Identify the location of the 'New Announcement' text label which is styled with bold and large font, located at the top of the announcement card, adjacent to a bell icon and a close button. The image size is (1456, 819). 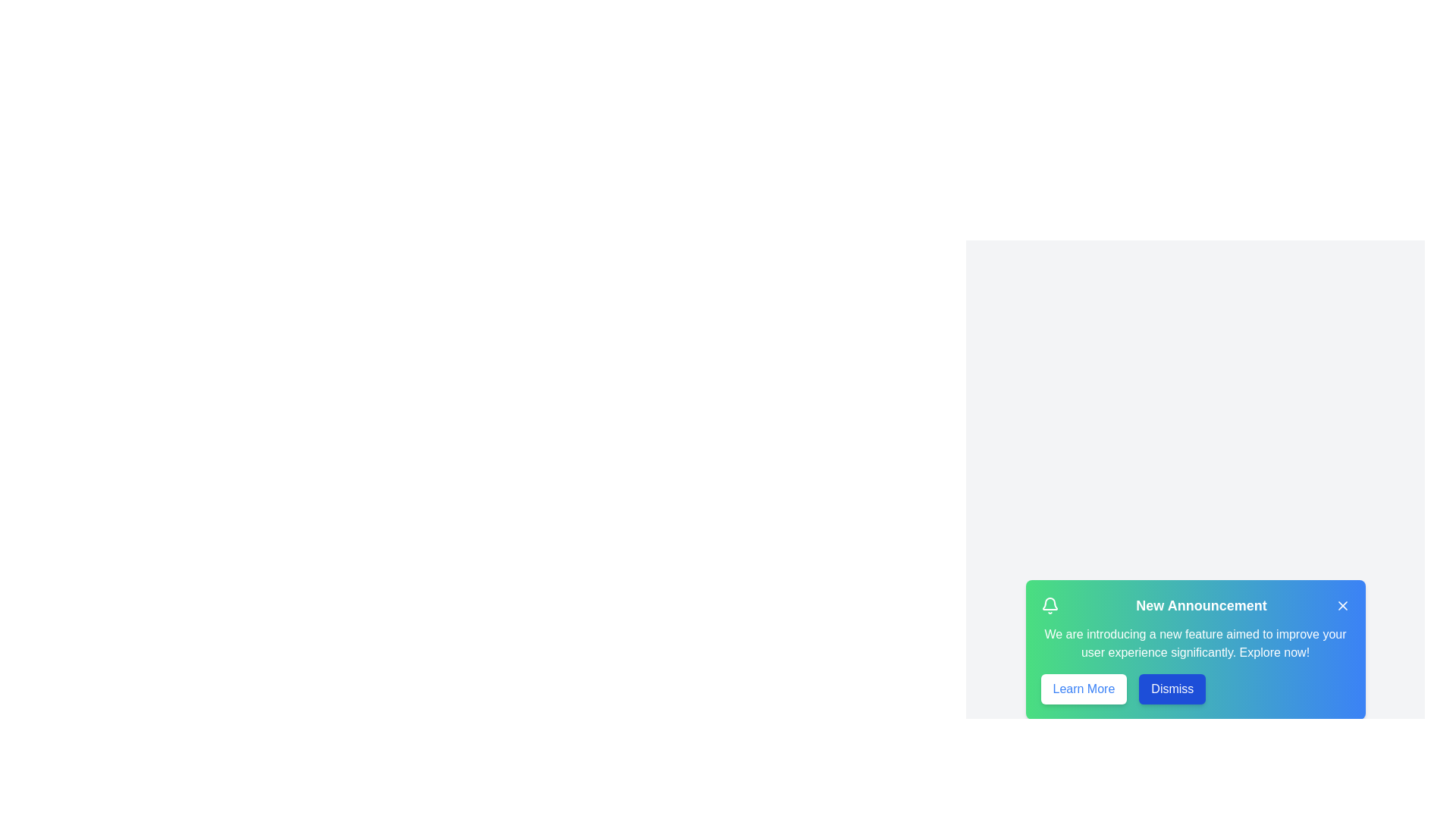
(1194, 604).